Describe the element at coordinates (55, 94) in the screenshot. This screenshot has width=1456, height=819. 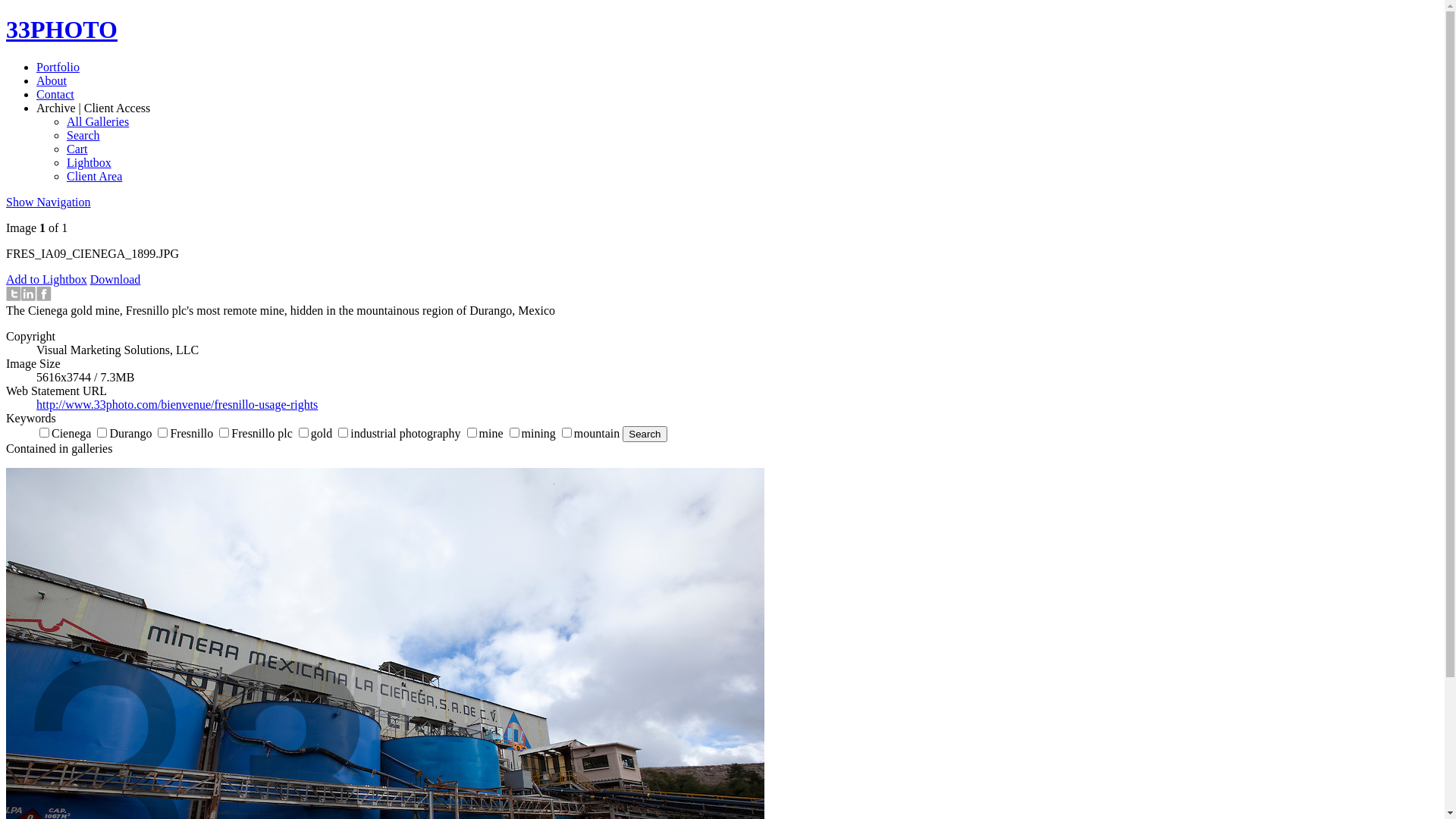
I see `'Contact'` at that location.